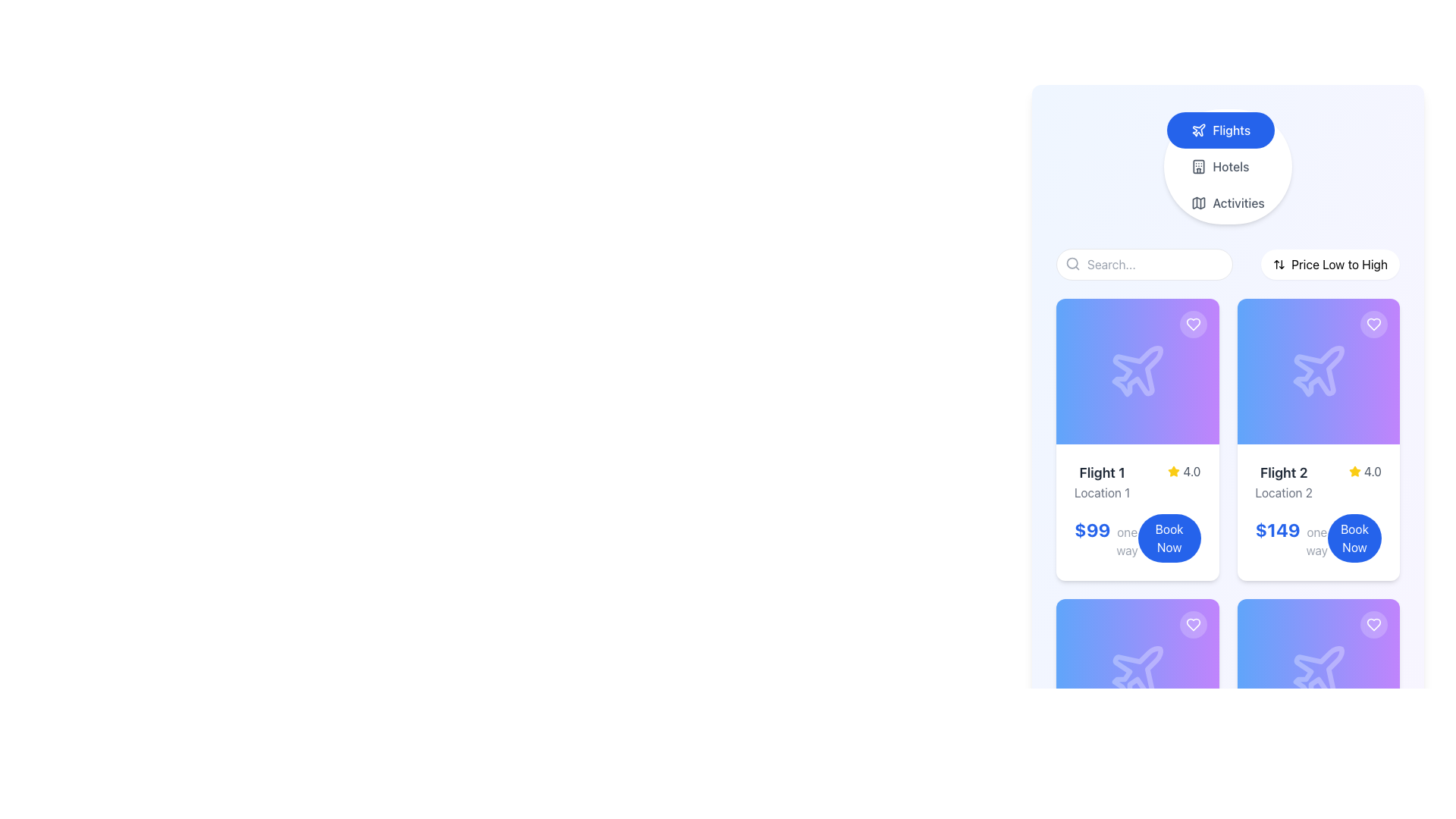  Describe the element at coordinates (1318, 670) in the screenshot. I see `the airplane icon, which is styled in a light gradient of blue and purple and located in the bottom right card of a 2x2 grid of flight options` at that location.